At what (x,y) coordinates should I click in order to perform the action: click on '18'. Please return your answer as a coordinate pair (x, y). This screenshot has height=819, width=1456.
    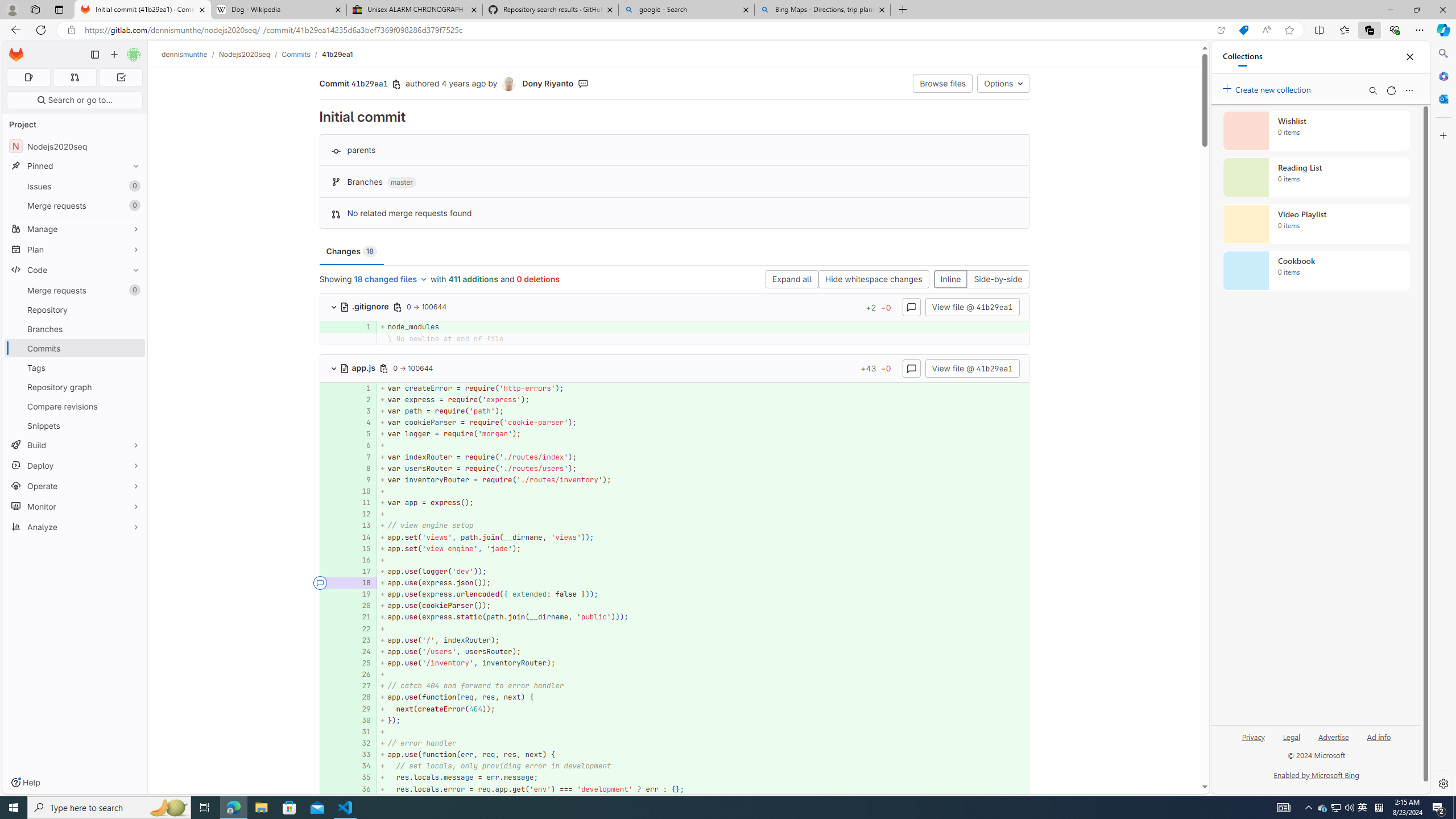
    Looking at the image, I should click on (360, 583).